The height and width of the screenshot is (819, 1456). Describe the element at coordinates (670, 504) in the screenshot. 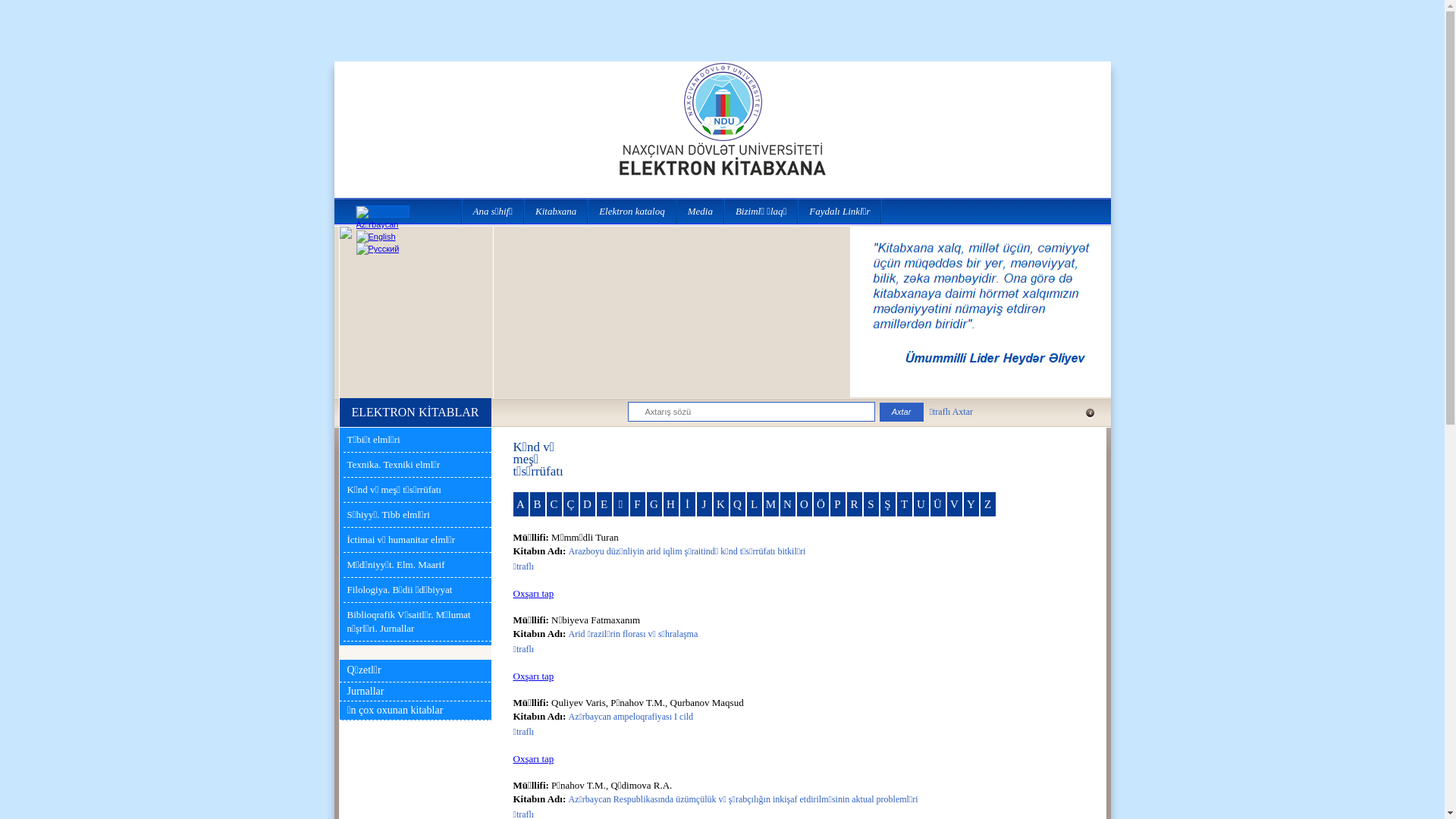

I see `'H'` at that location.